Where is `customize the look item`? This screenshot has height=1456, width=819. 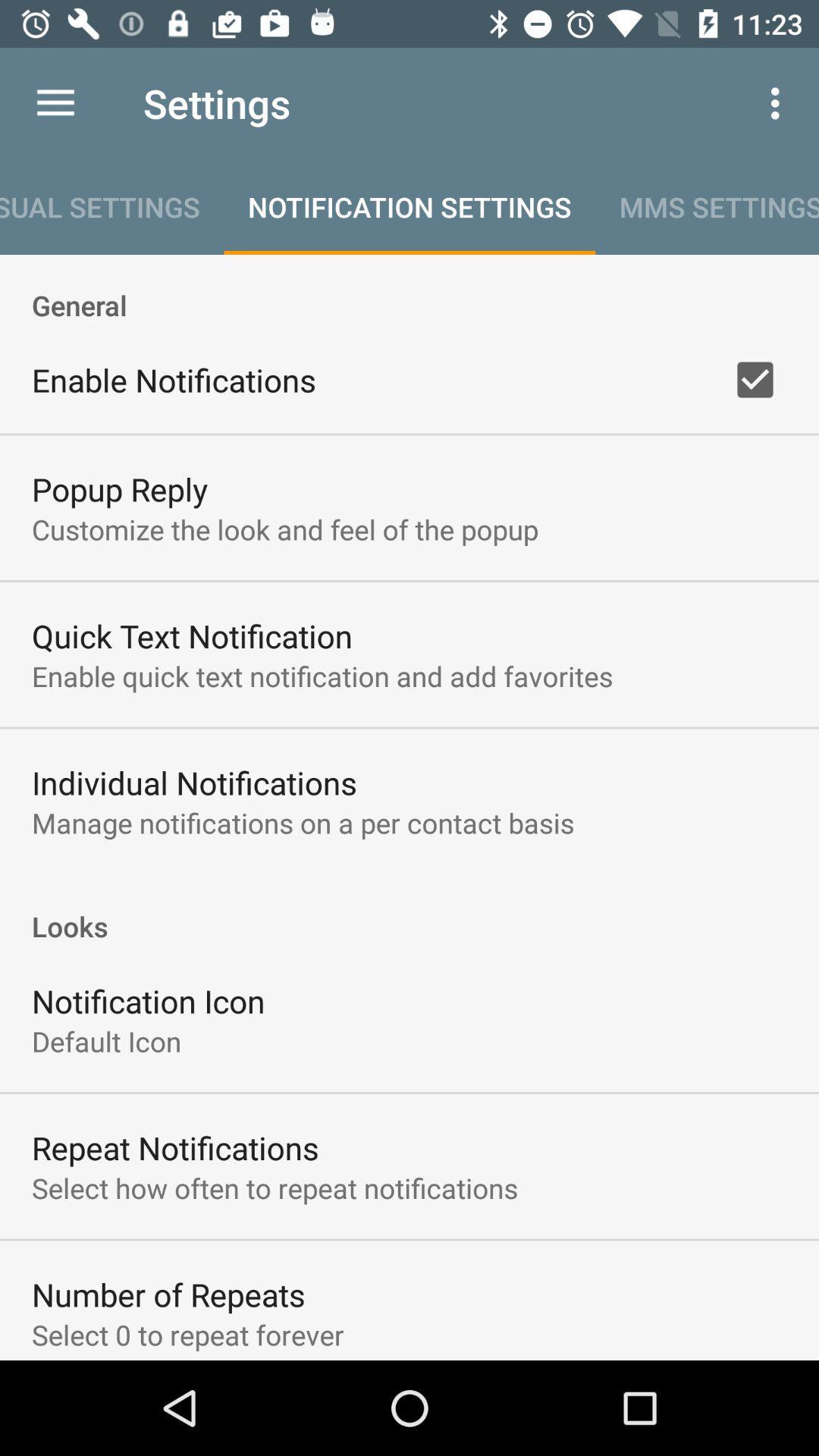 customize the look item is located at coordinates (285, 529).